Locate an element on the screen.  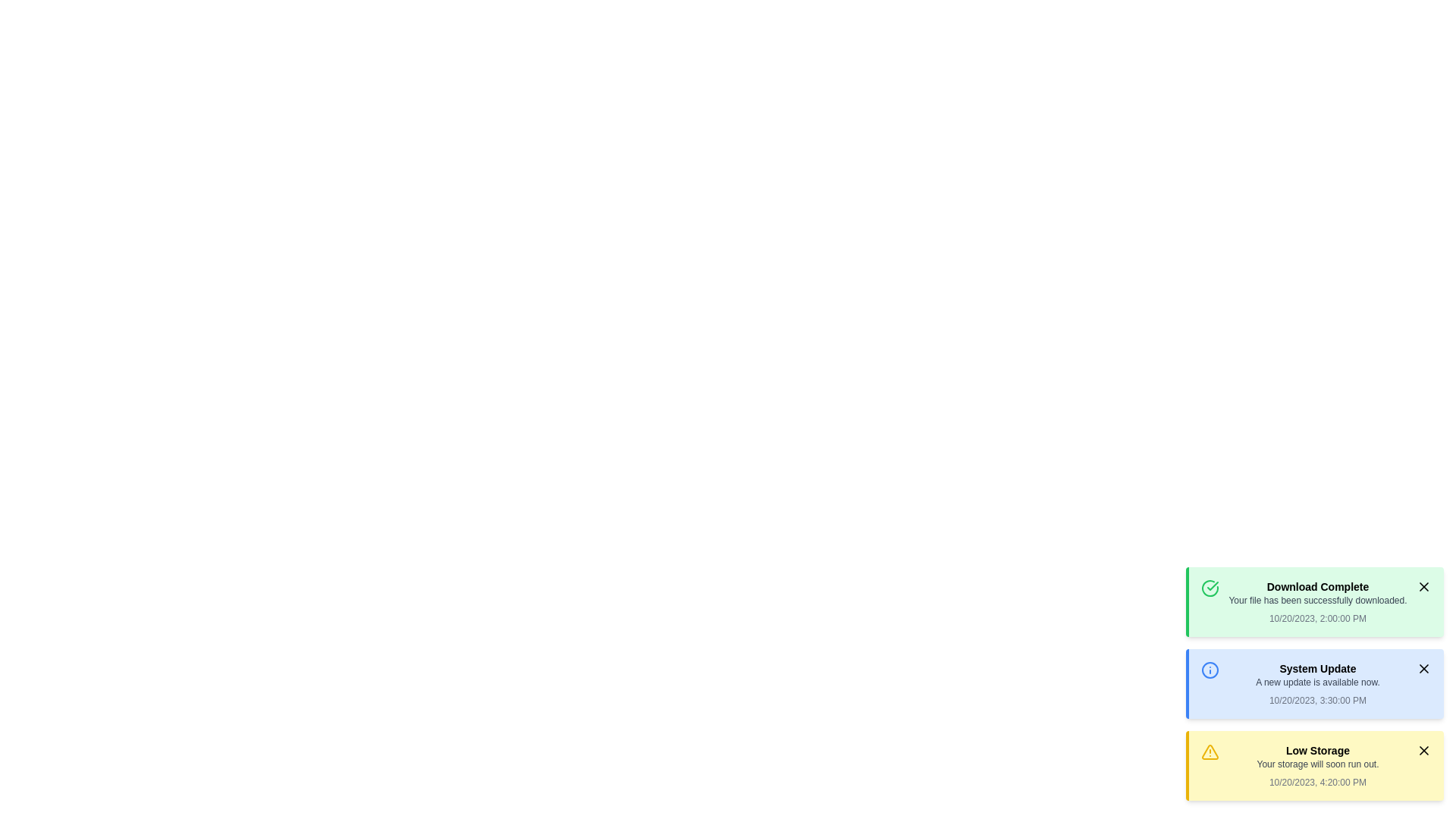
the 'Download Complete' notification in the upper right corner of the viewport, which features a bolded title and a green-themed notification box is located at coordinates (1316, 601).